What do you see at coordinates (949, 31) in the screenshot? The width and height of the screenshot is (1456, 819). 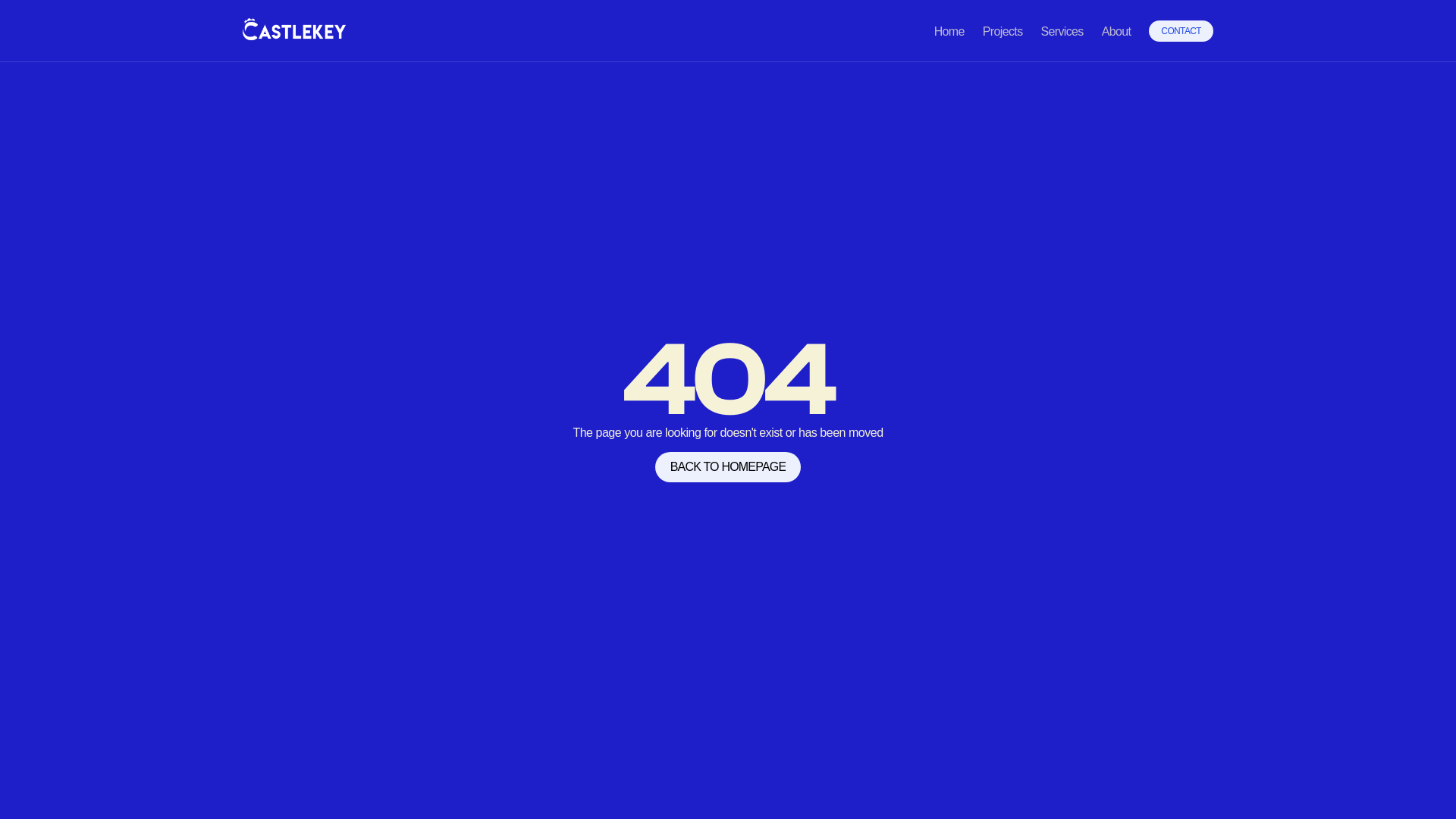 I see `'Home'` at bounding box center [949, 31].